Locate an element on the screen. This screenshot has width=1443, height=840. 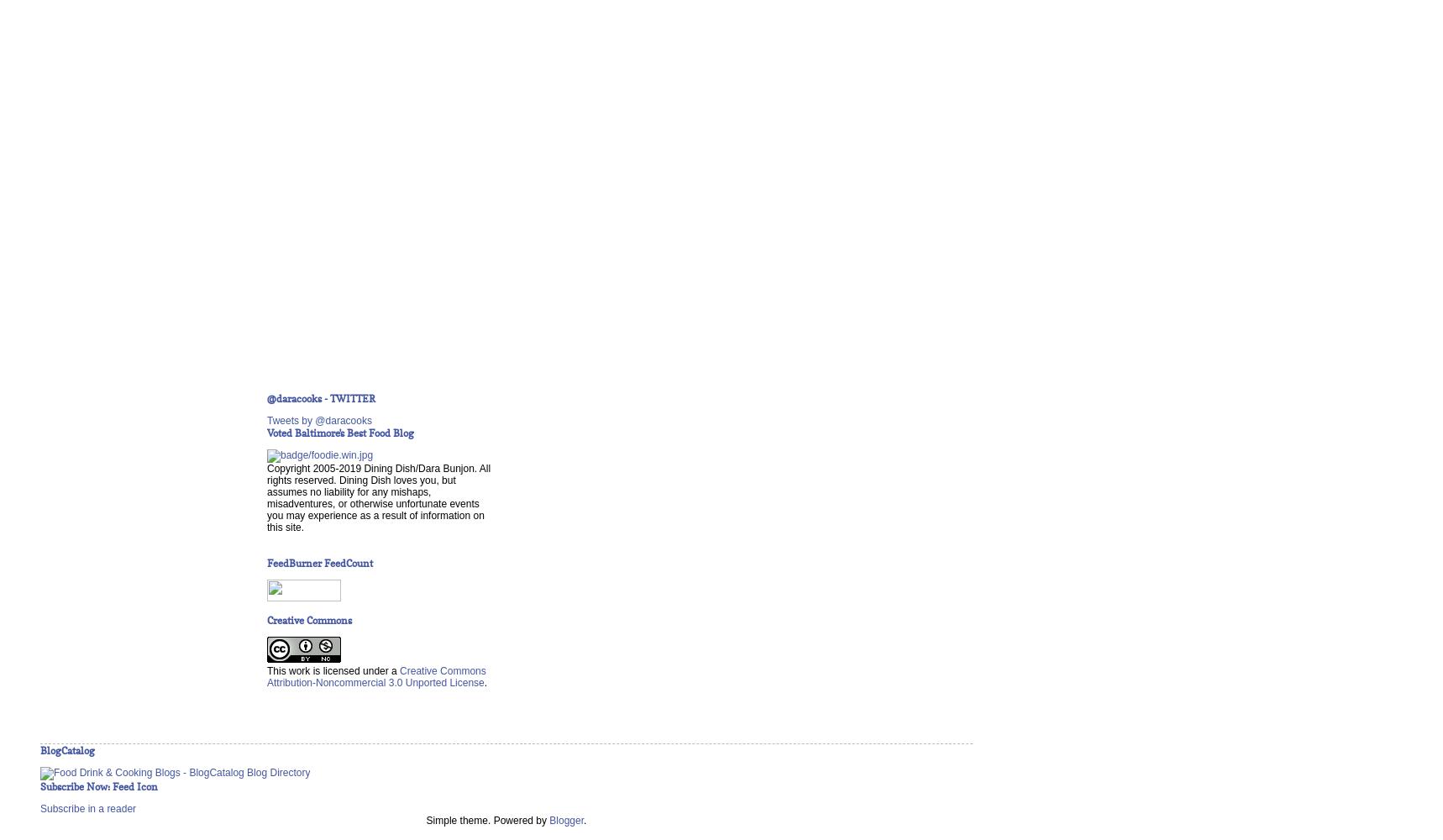
'Creative Commons Attribution-Noncommercial 3.0 Unported License' is located at coordinates (267, 677).